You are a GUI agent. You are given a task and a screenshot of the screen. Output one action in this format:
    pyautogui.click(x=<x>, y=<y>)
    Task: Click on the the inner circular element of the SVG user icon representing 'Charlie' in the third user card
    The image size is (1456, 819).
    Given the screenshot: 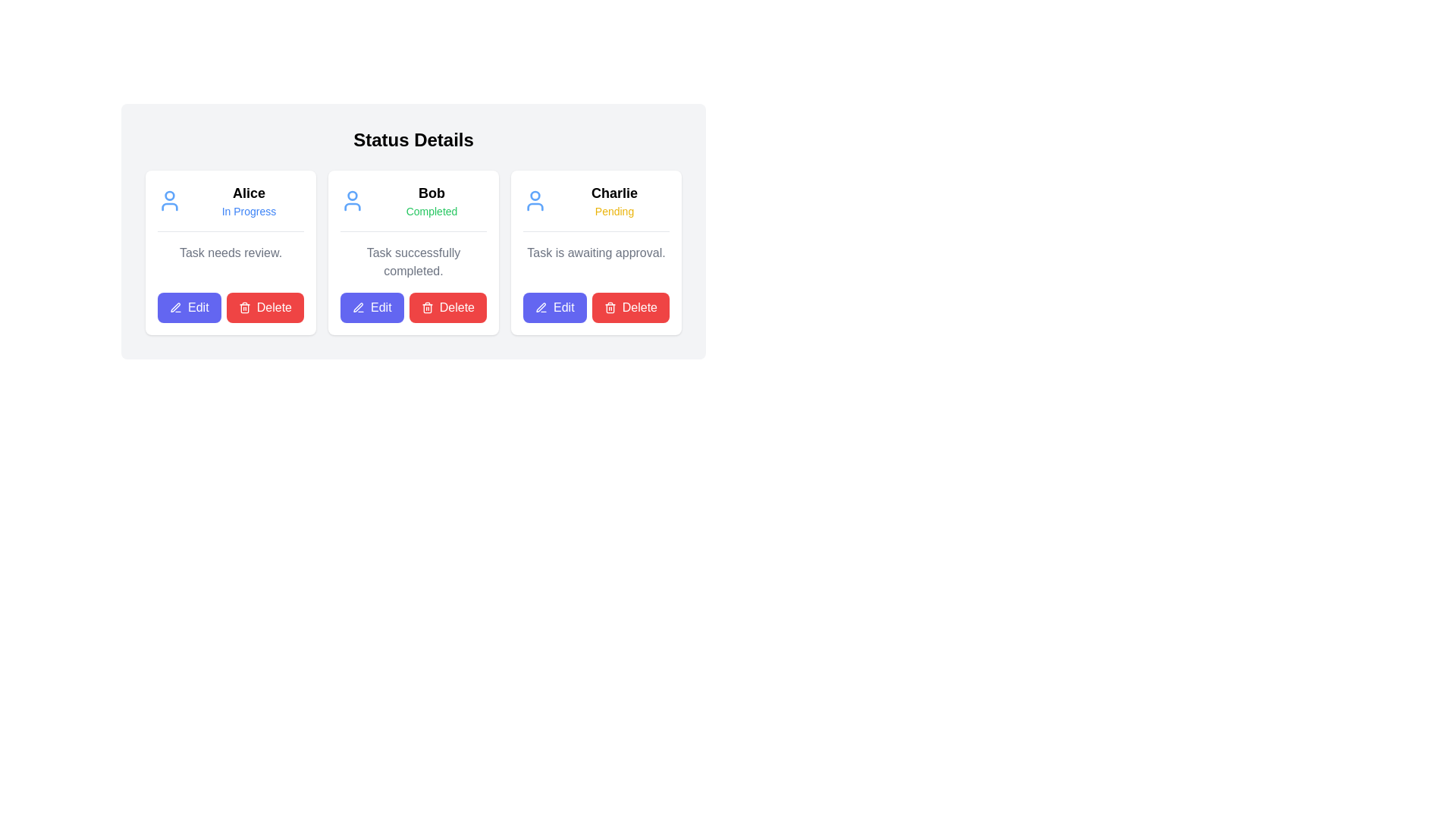 What is the action you would take?
    pyautogui.click(x=535, y=195)
    